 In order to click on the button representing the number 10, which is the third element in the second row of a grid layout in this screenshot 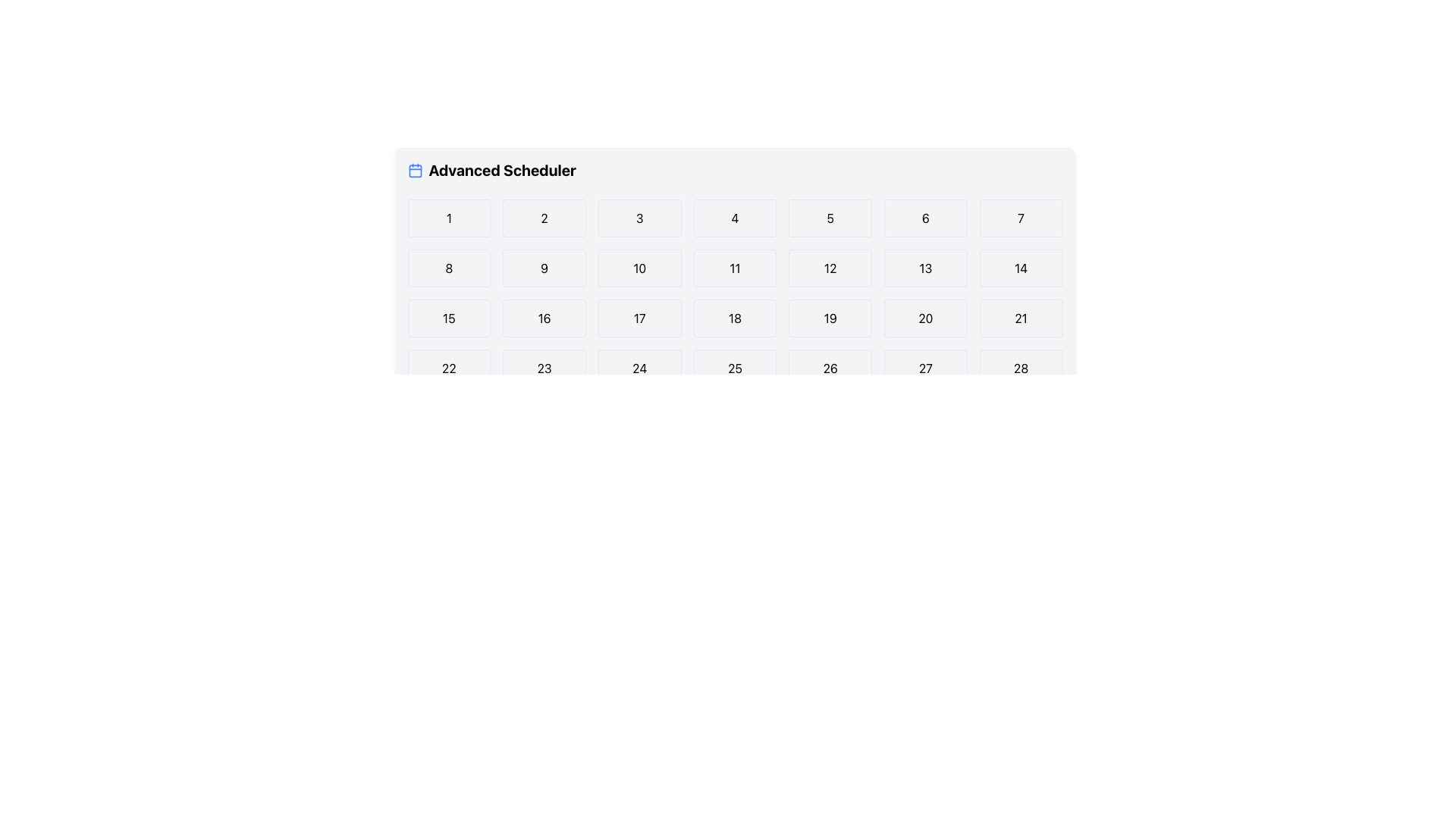, I will do `click(639, 268)`.